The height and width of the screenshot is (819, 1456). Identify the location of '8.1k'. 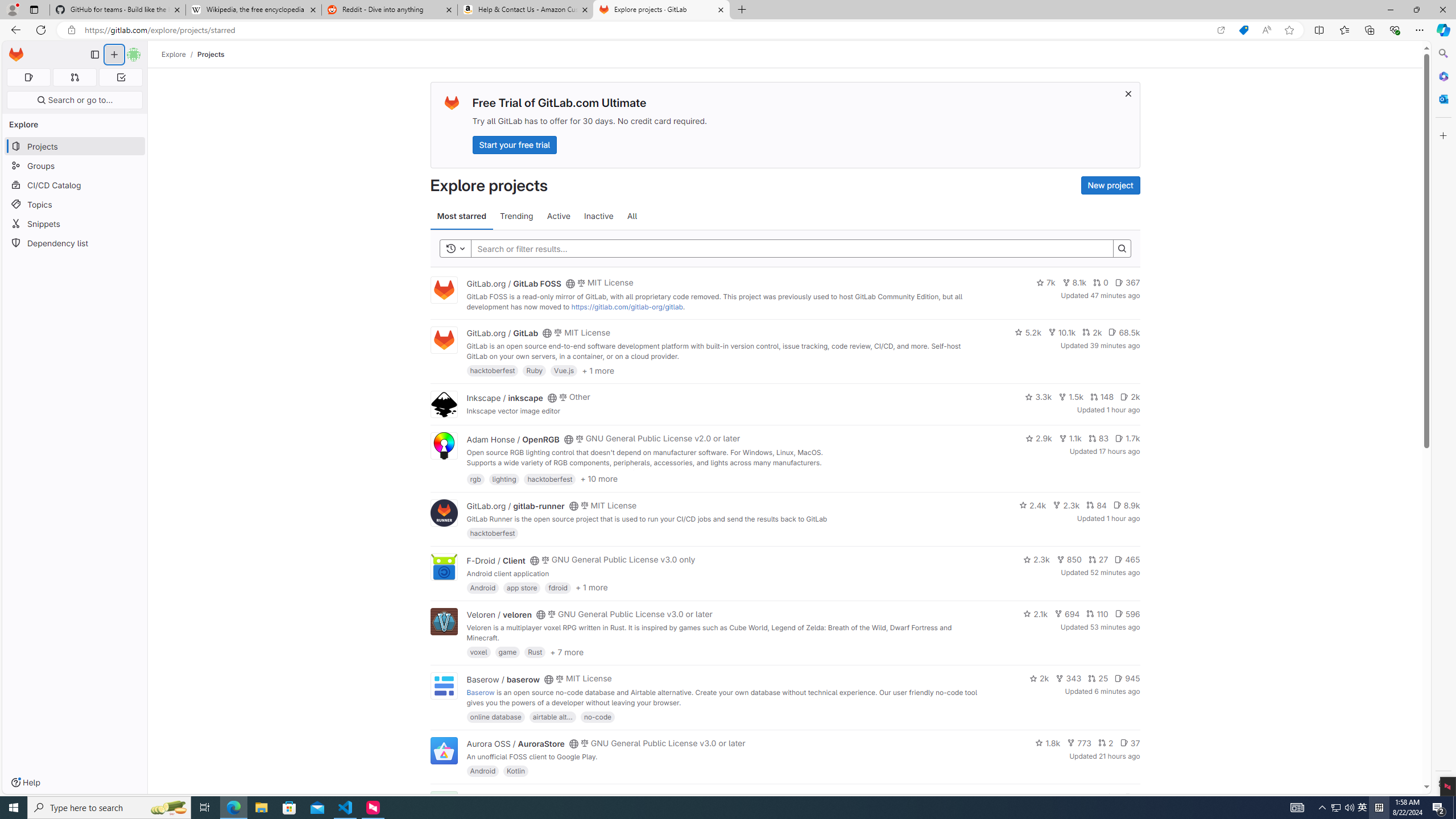
(1073, 283).